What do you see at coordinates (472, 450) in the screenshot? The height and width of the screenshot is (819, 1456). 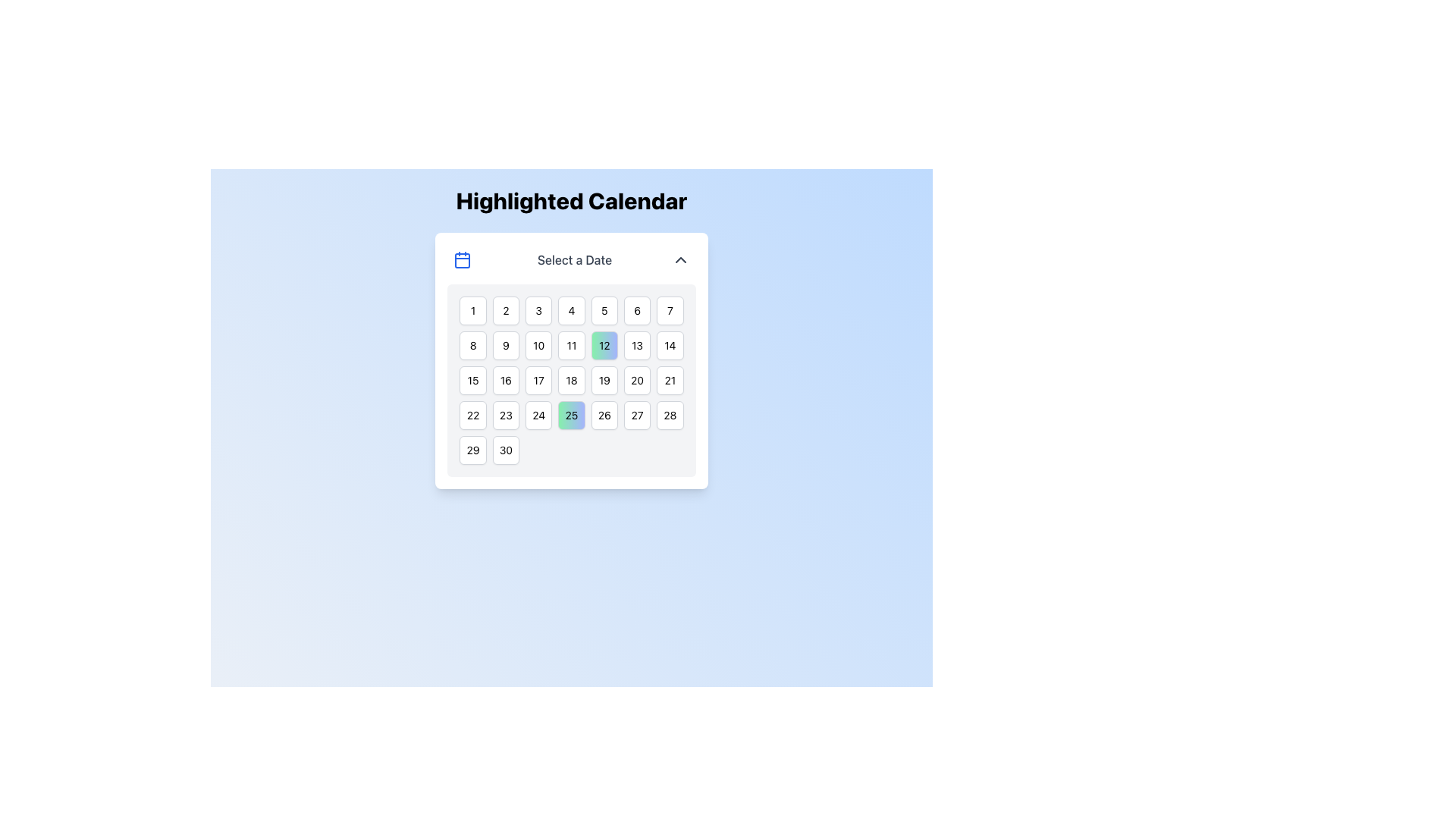 I see `the rectangular button labeled '29' with rounded corners in the 6th row and 1st column of the calendar grid` at bounding box center [472, 450].